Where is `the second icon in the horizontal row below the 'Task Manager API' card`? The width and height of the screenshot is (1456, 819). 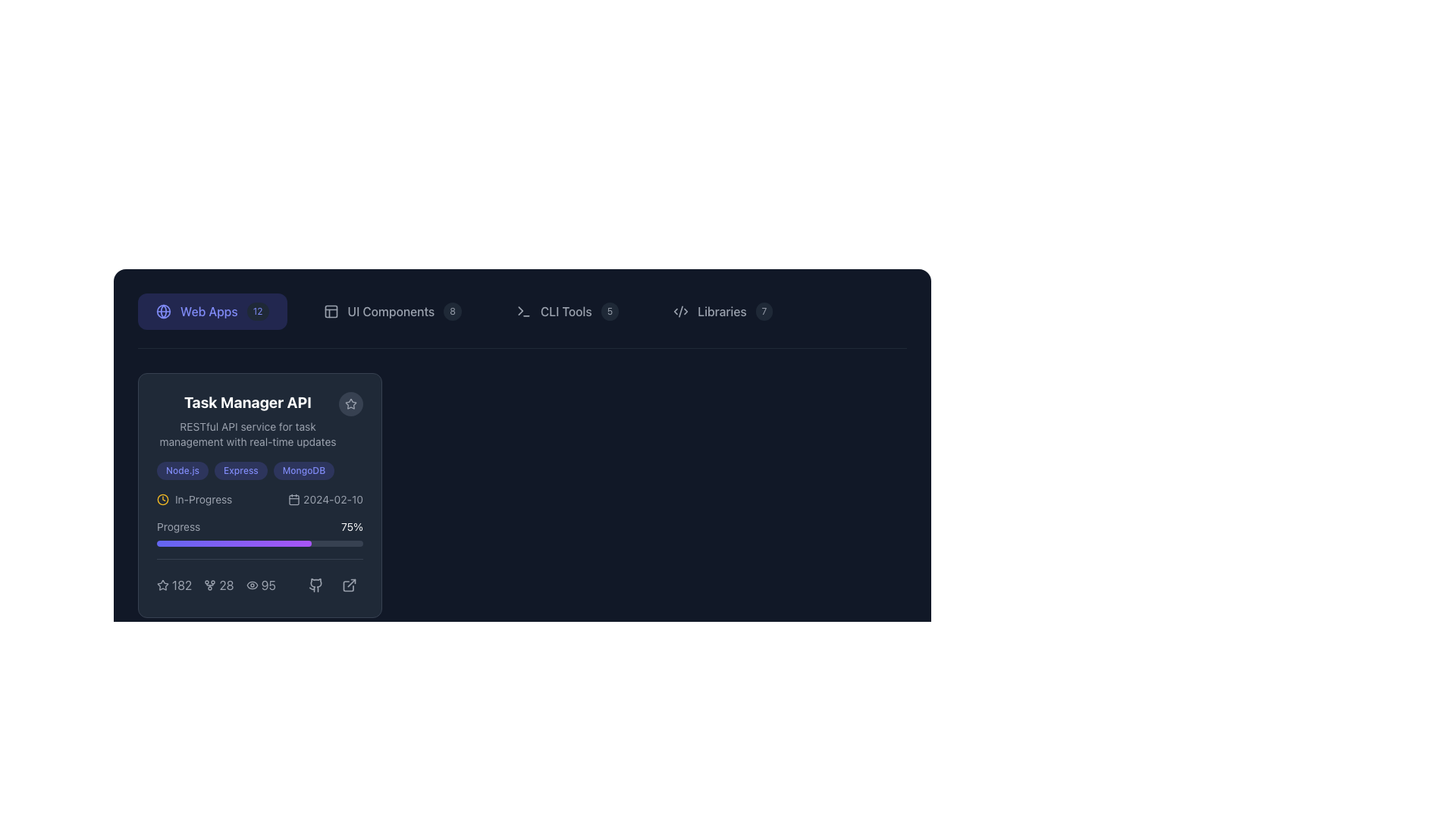
the second icon in the horizontal row below the 'Task Manager API' card is located at coordinates (315, 584).